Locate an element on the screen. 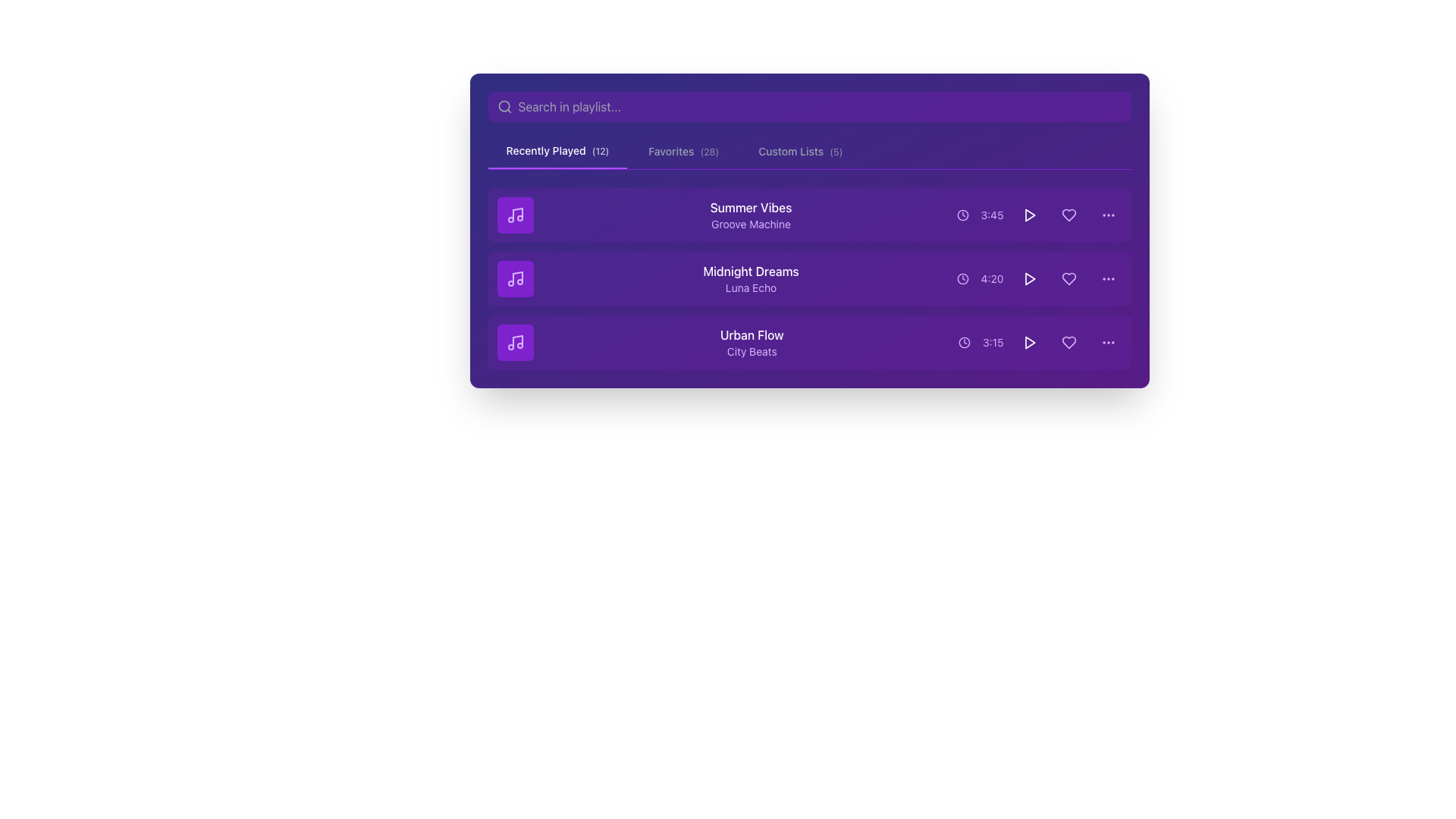  the play button on the first item in the Recently Played section of the music list interface, which has a purple gradient background and rounded corners is located at coordinates (808, 231).